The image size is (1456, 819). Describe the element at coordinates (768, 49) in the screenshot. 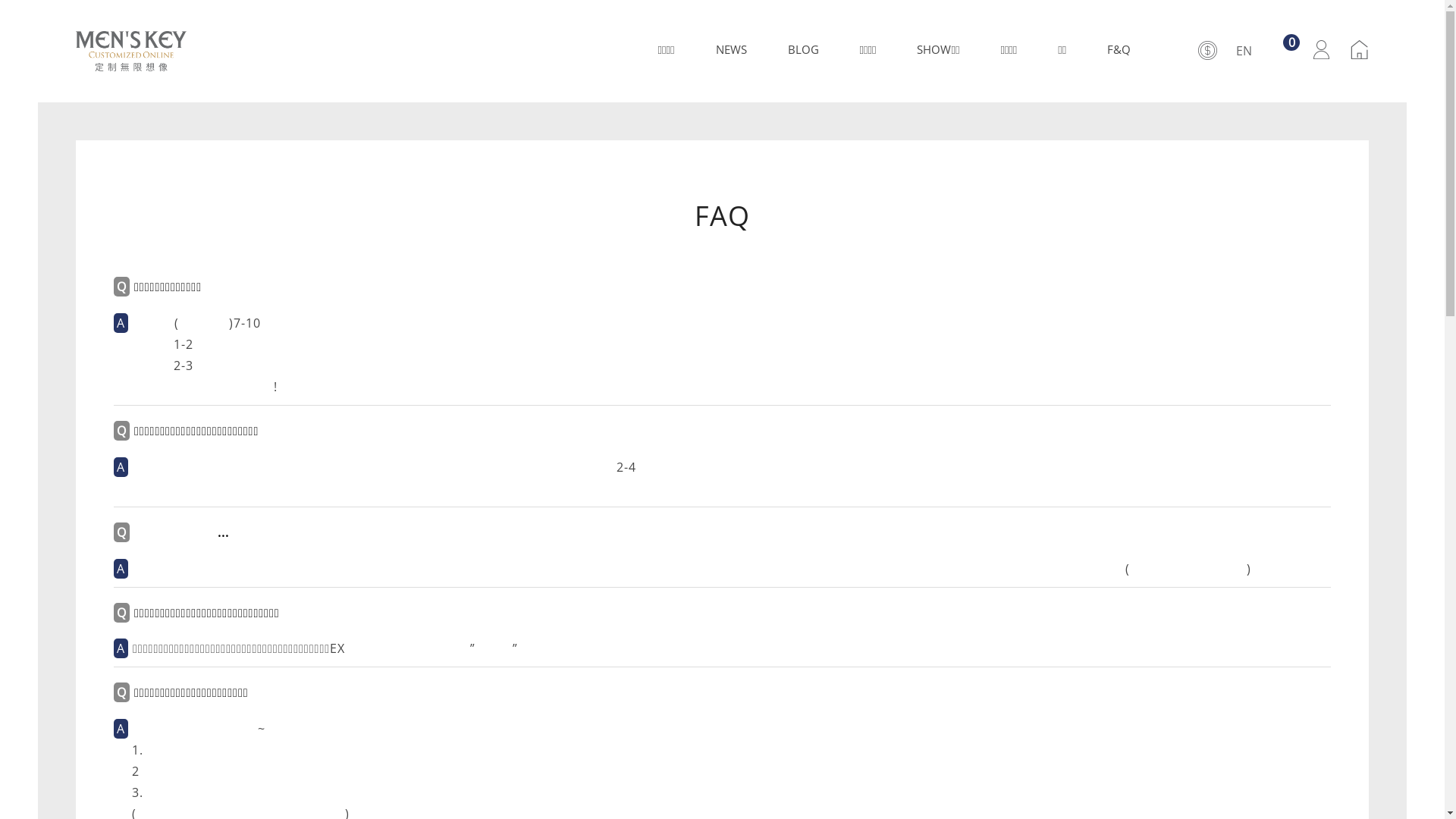

I see `'BLOG'` at that location.